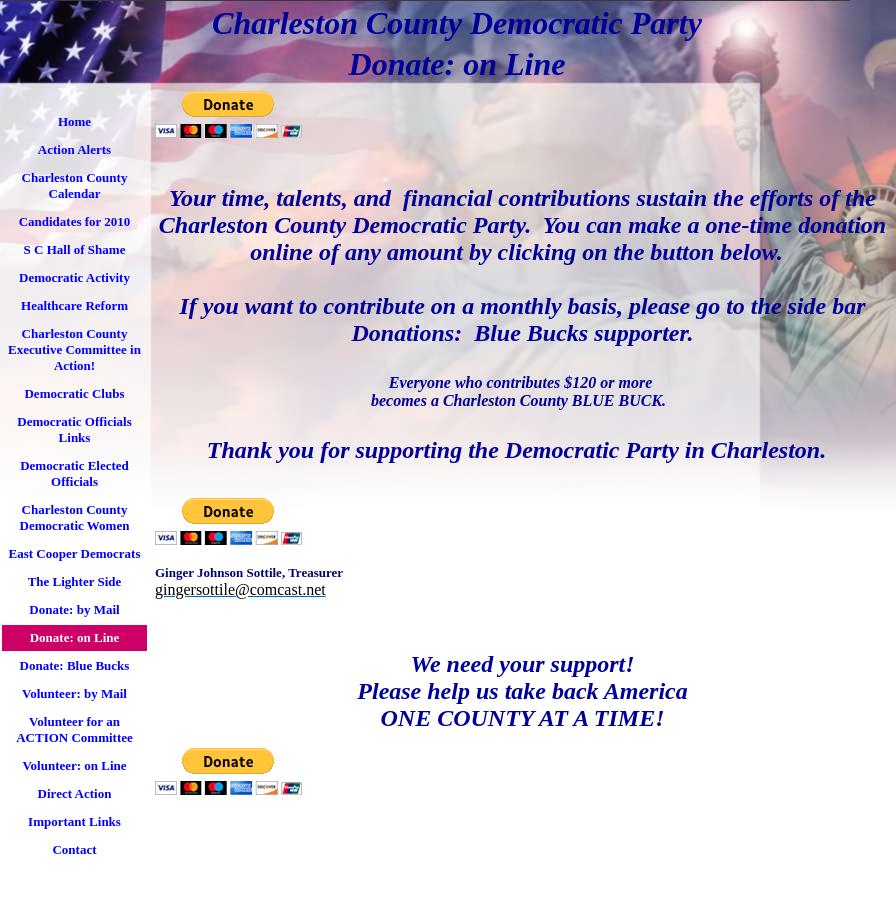 This screenshot has width=896, height=911. I want to click on 'Donate:  by Mail', so click(74, 608).